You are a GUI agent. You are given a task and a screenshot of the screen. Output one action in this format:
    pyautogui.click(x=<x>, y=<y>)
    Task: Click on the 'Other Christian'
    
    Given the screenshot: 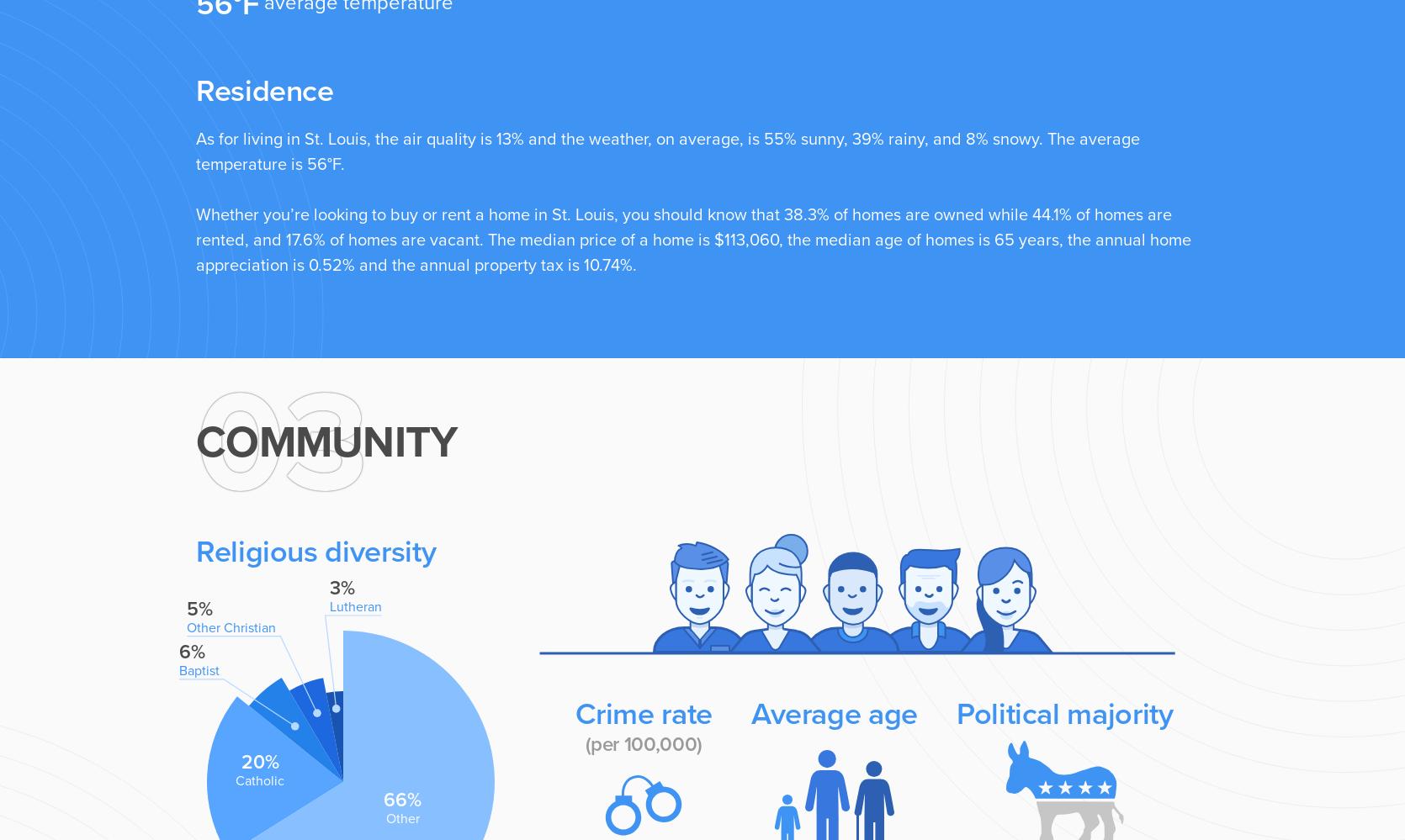 What is the action you would take?
    pyautogui.click(x=231, y=626)
    